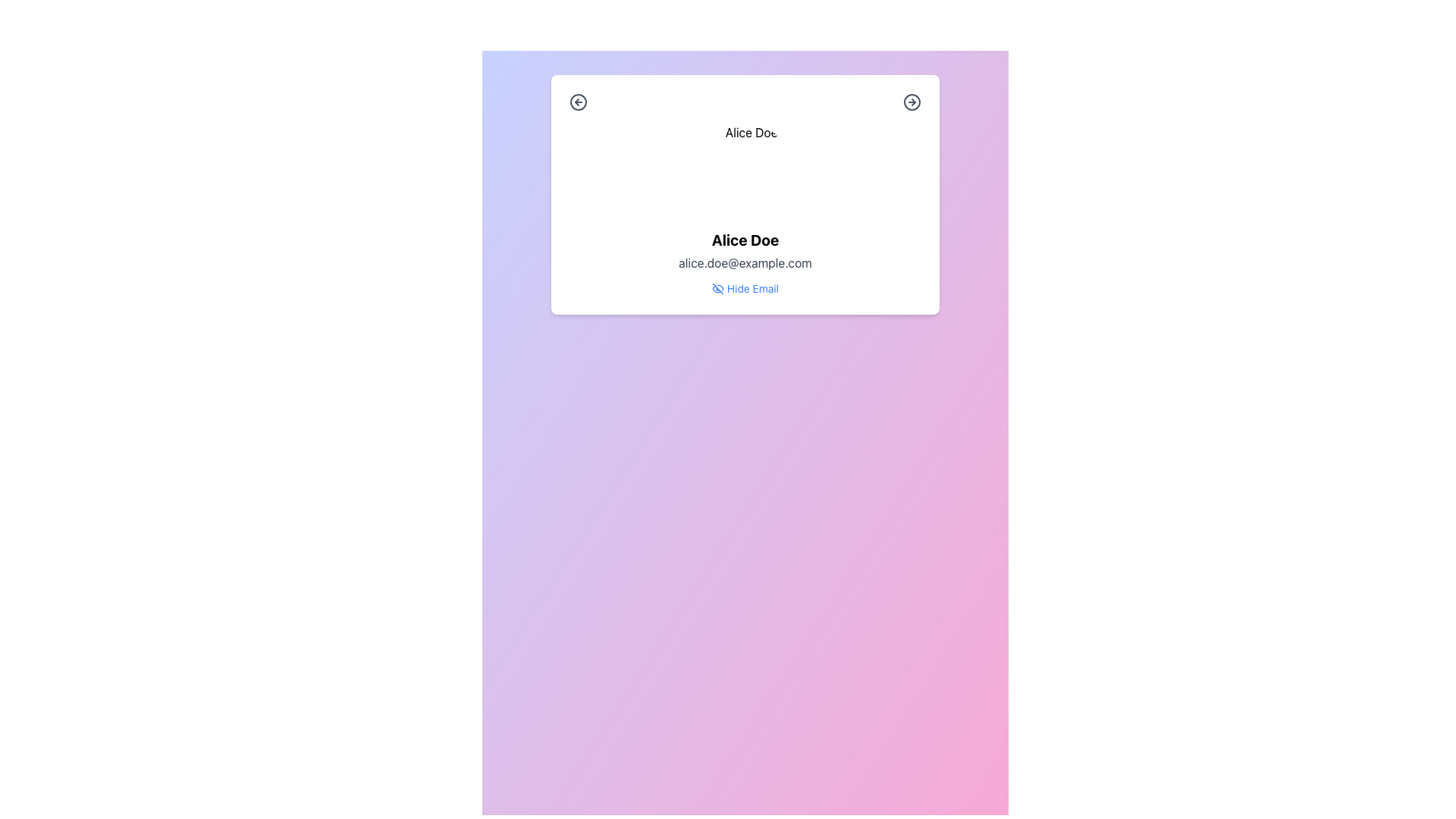  What do you see at coordinates (745, 239) in the screenshot?
I see `the text 'Alice Doe' displayed in bold, large, black font within the card layout` at bounding box center [745, 239].